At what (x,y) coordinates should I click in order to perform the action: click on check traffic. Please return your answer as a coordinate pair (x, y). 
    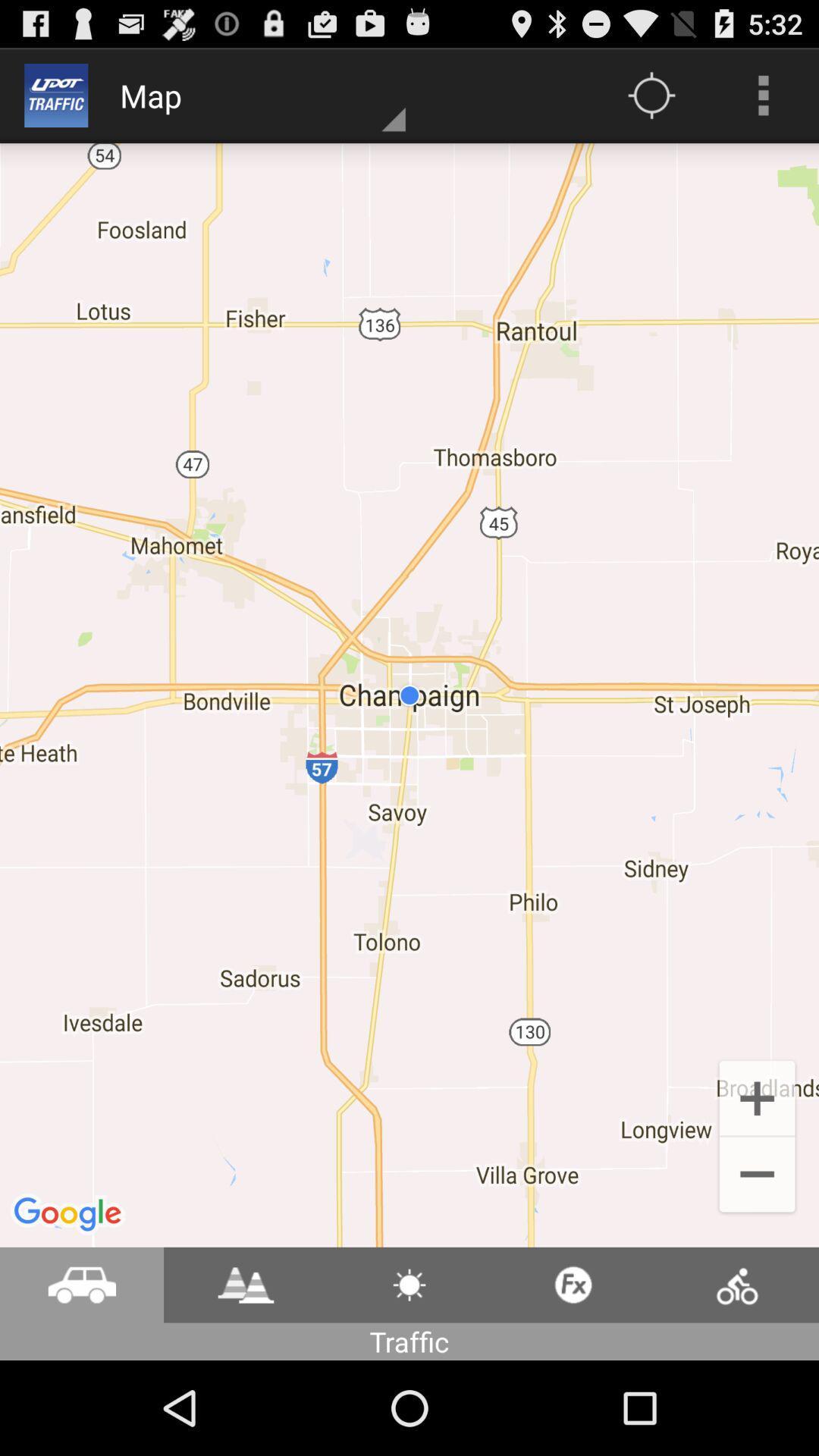
    Looking at the image, I should click on (82, 1284).